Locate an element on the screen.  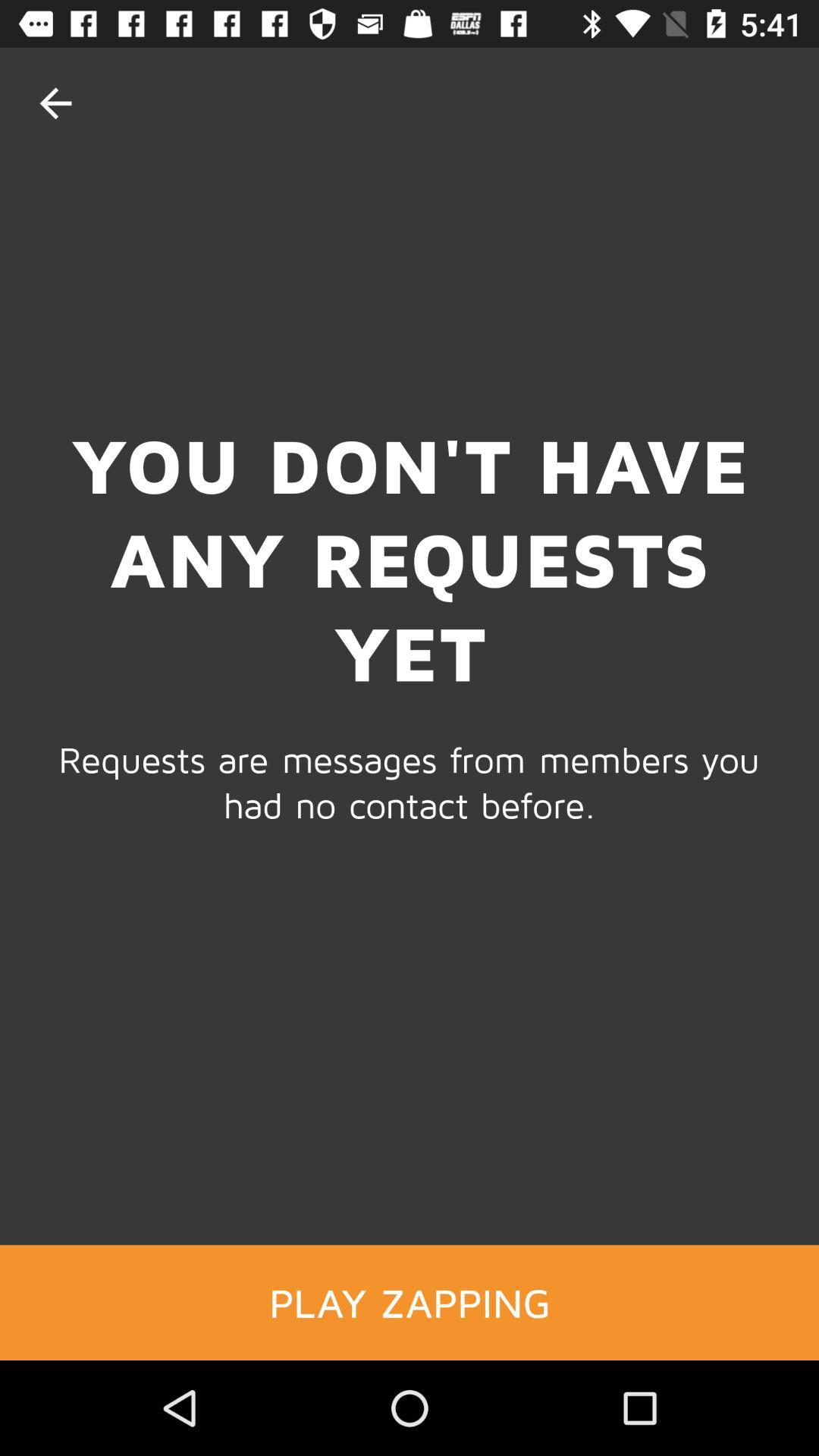
play zapping is located at coordinates (409, 1301).